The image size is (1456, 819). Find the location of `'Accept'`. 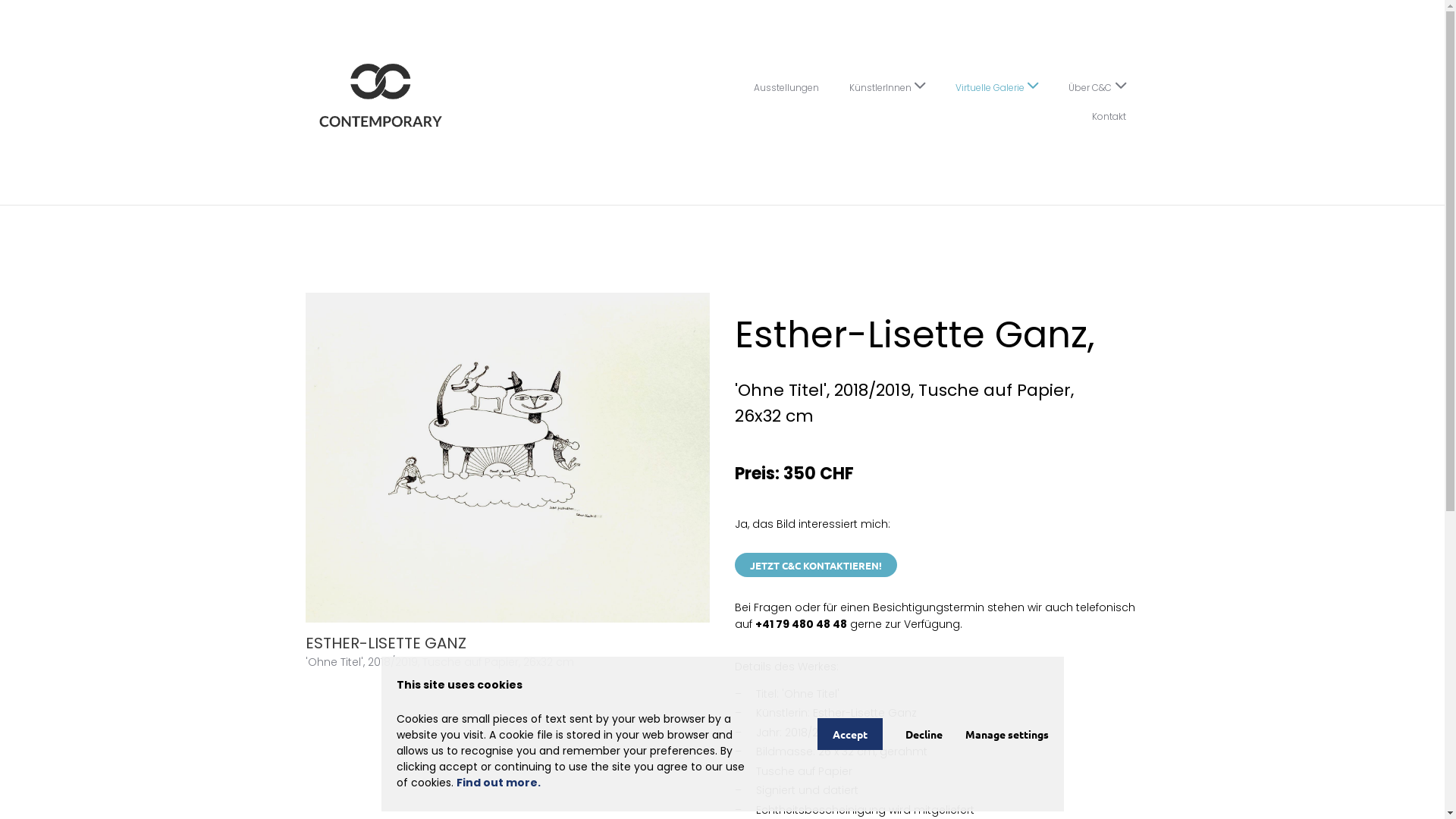

'Accept' is located at coordinates (817, 733).